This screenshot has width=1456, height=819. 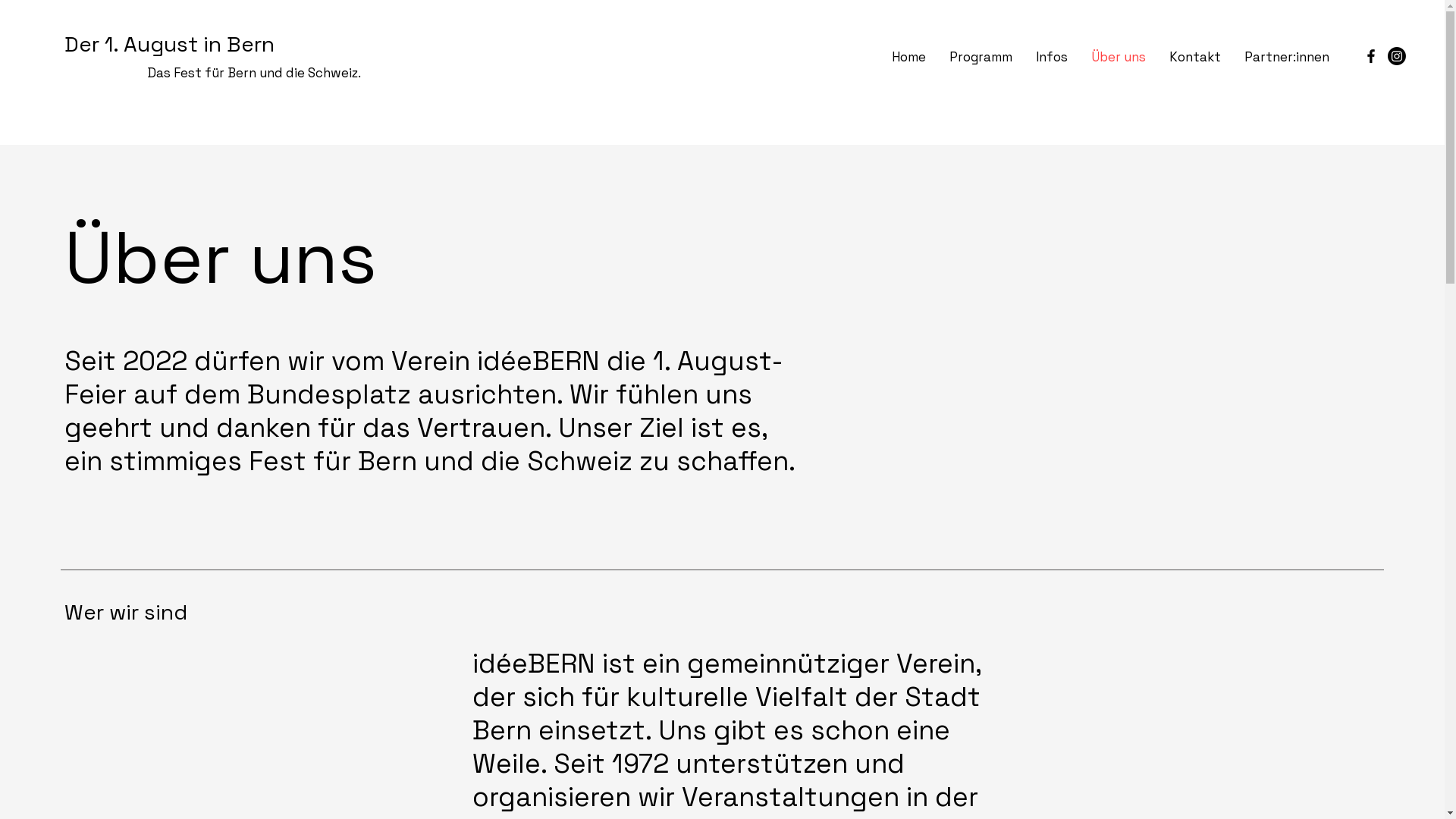 I want to click on 'Der 1. August in Bern', so click(x=169, y=42).